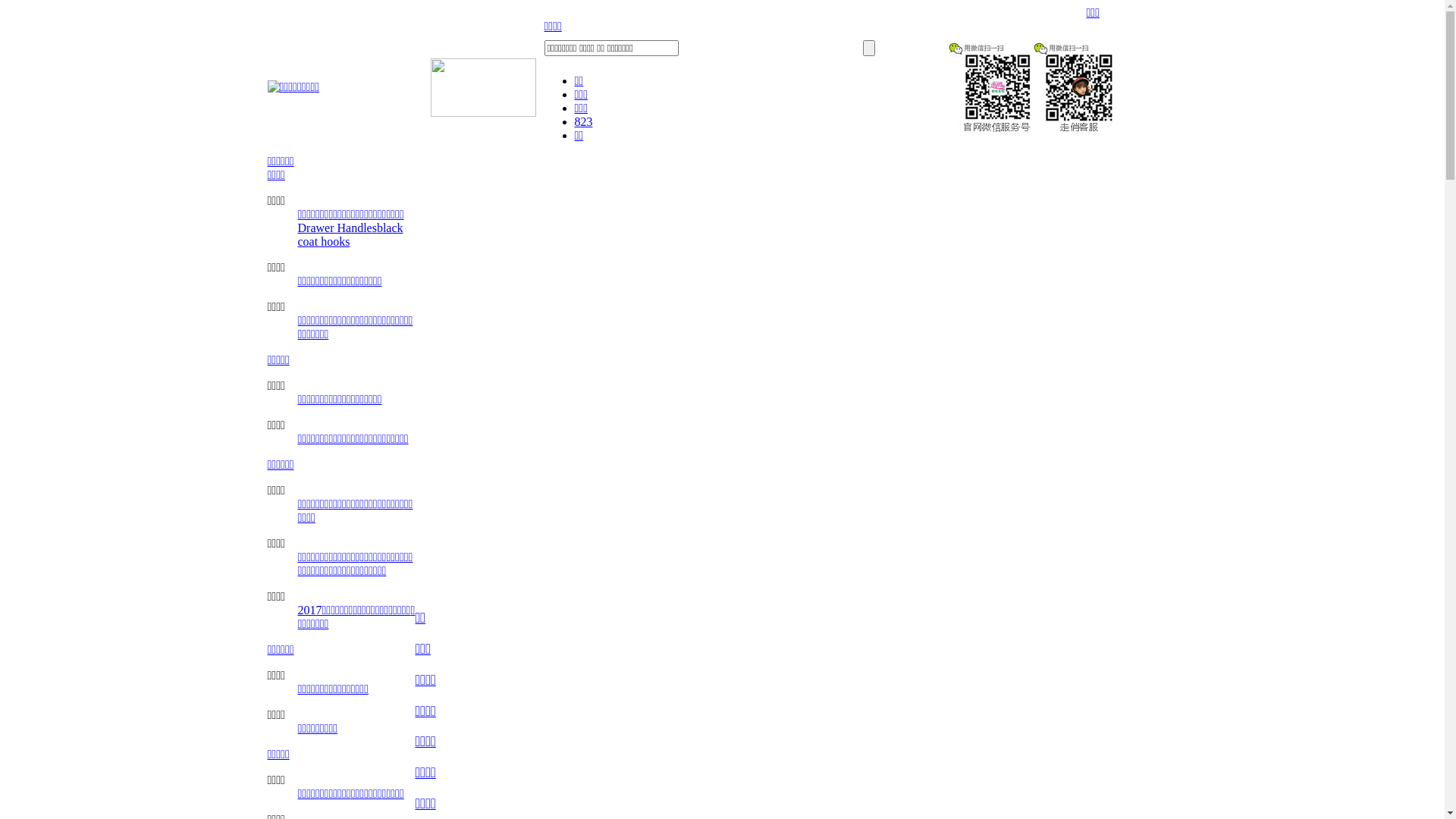 The width and height of the screenshot is (1456, 819). Describe the element at coordinates (349, 234) in the screenshot. I see `'black coat hooks'` at that location.